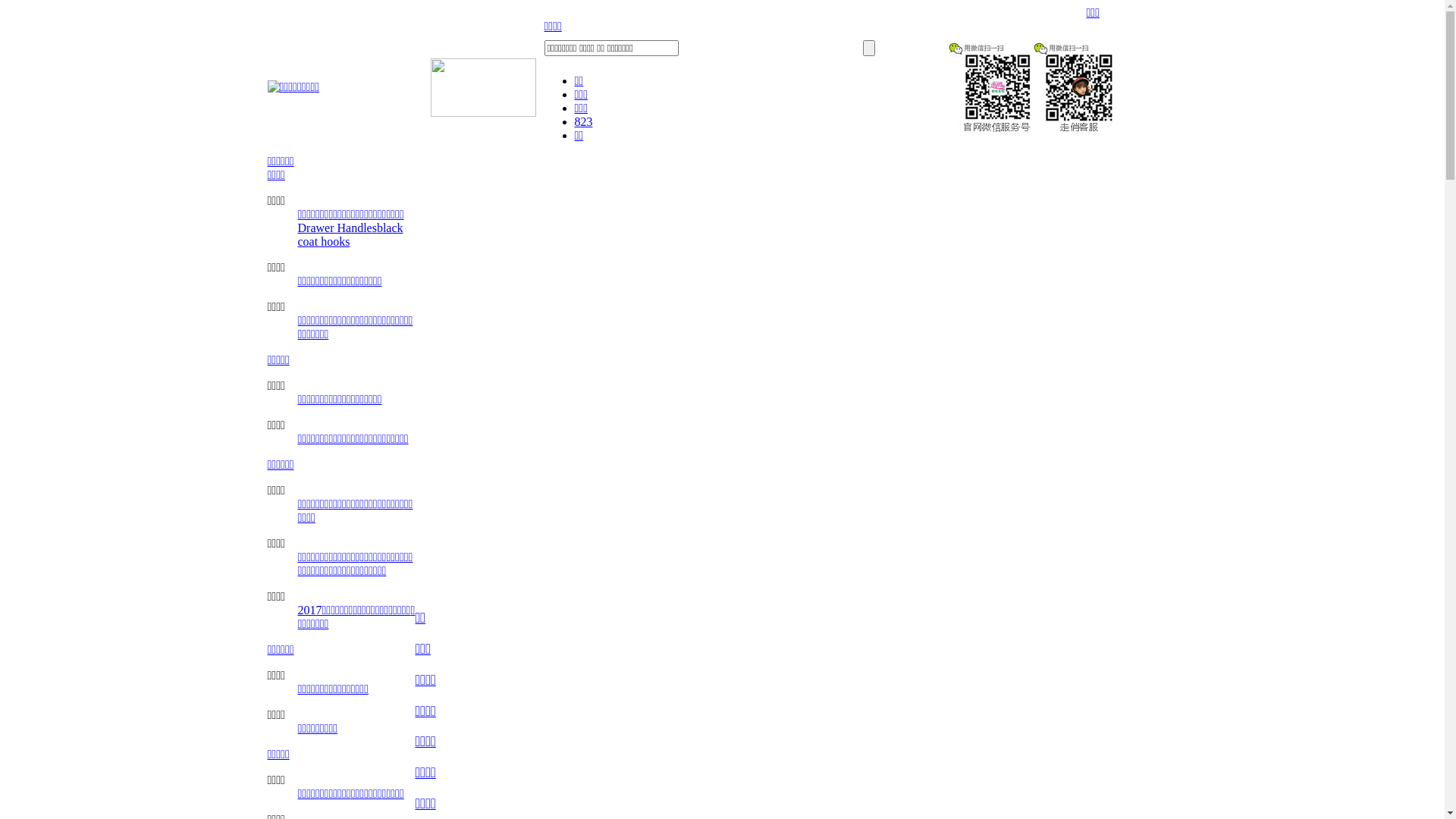 The width and height of the screenshot is (1456, 819). Describe the element at coordinates (349, 234) in the screenshot. I see `'black coat hooks'` at that location.